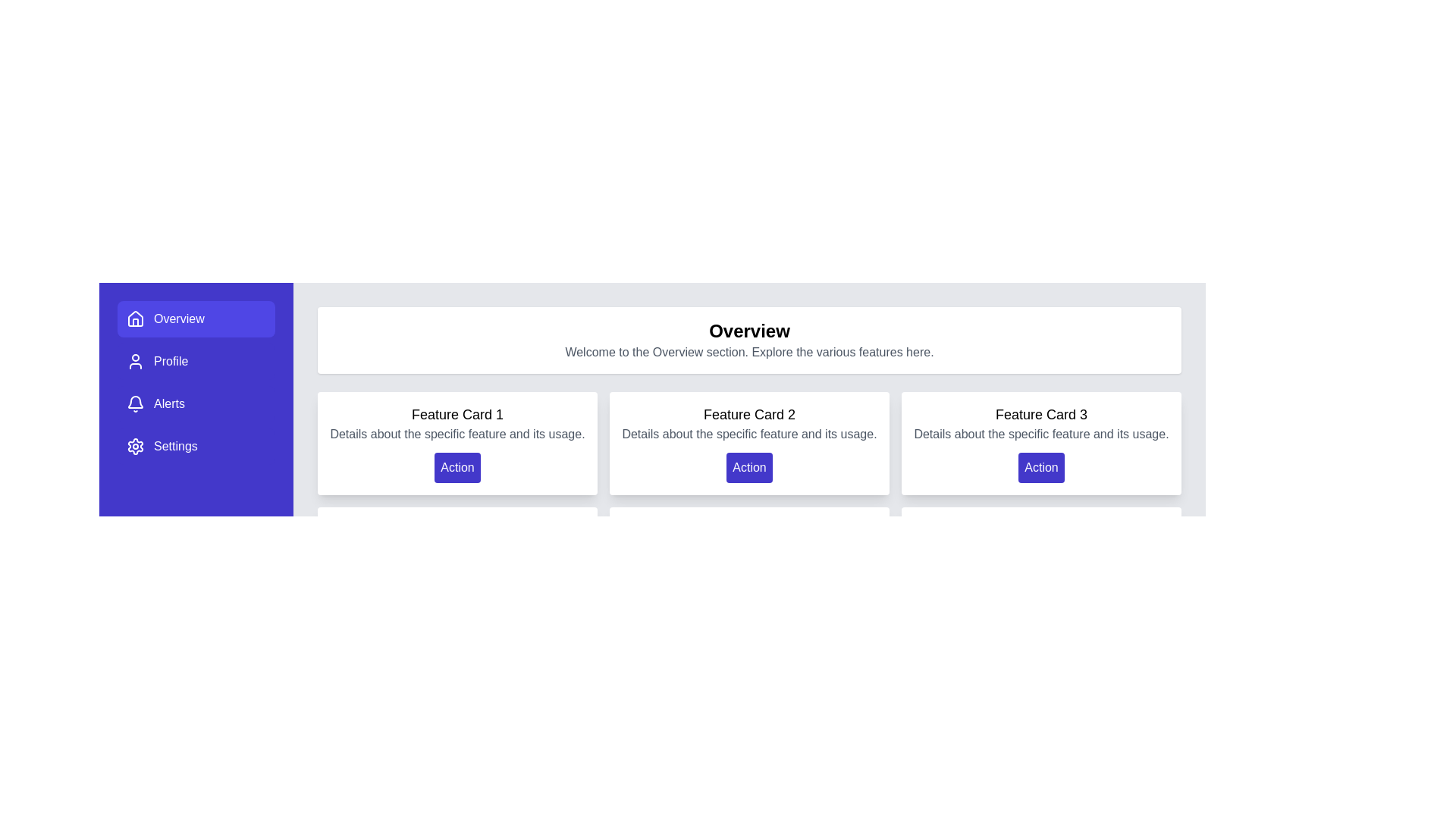  Describe the element at coordinates (749, 444) in the screenshot. I see `the Feature card located in the central column beneath the 'Overview' title to observe any hover effects` at that location.